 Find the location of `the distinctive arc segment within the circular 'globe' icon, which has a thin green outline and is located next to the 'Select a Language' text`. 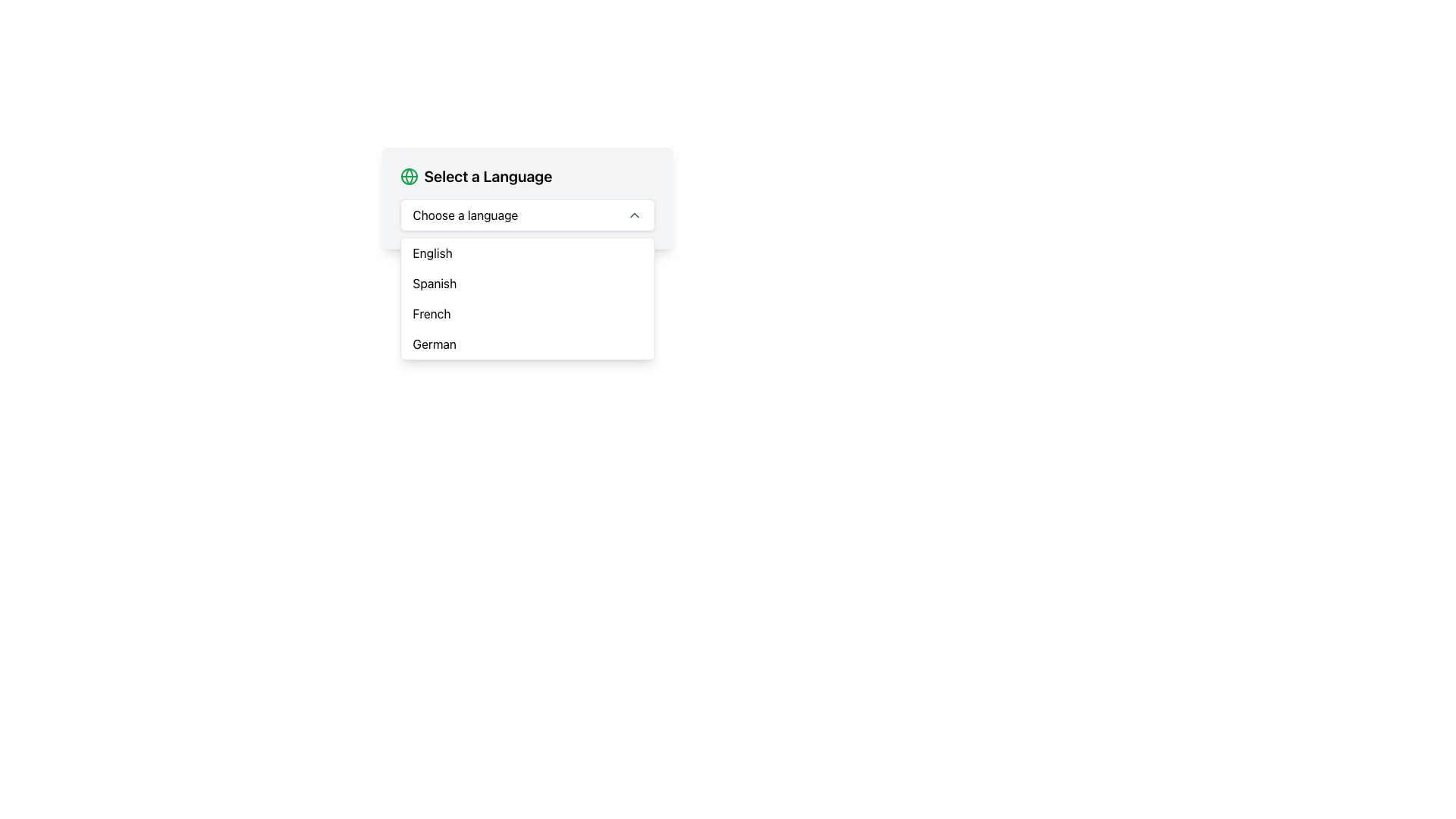

the distinctive arc segment within the circular 'globe' icon, which has a thin green outline and is located next to the 'Select a Language' text is located at coordinates (409, 175).